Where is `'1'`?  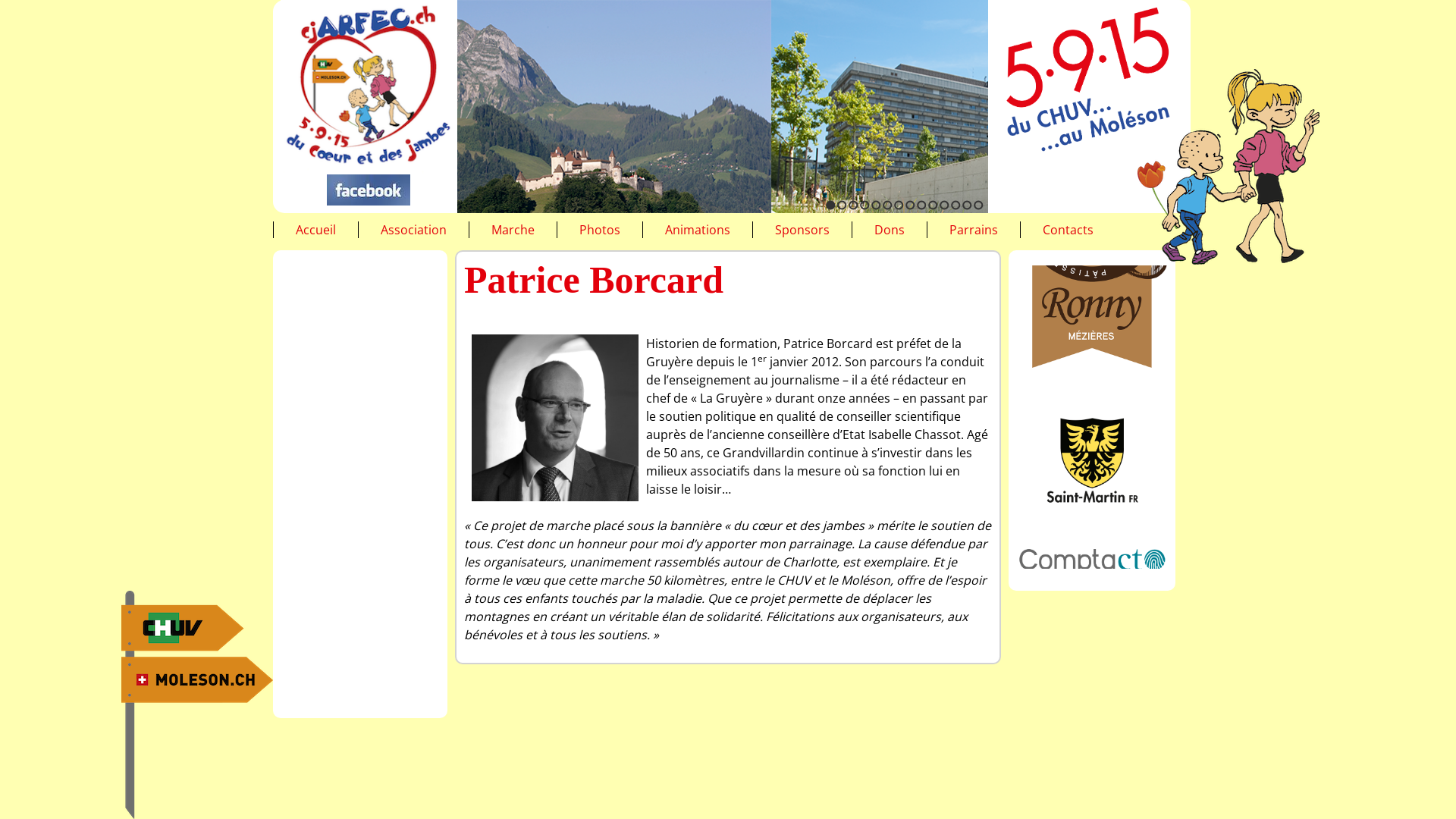 '1' is located at coordinates (830, 205).